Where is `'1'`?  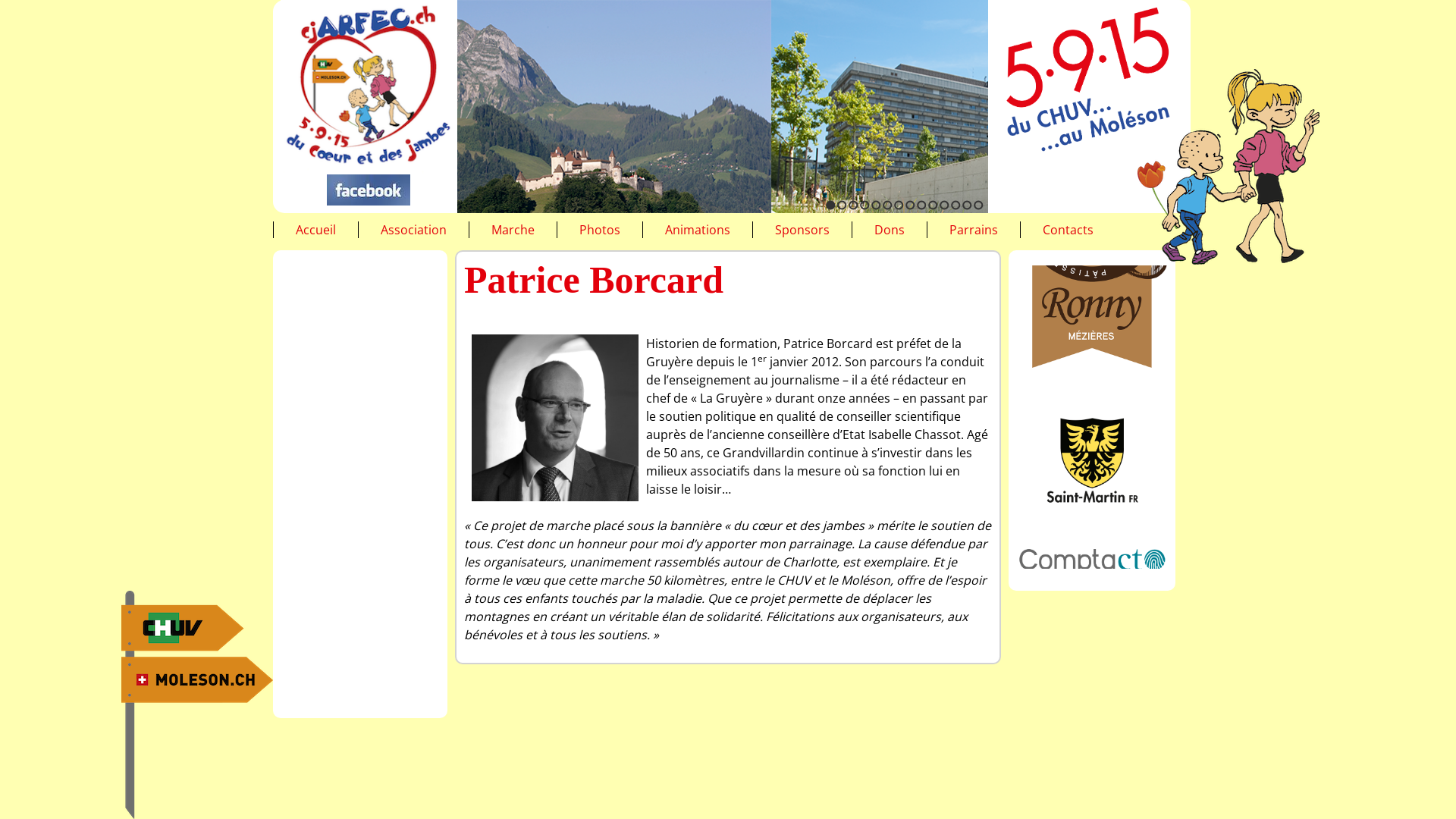 '1' is located at coordinates (830, 205).